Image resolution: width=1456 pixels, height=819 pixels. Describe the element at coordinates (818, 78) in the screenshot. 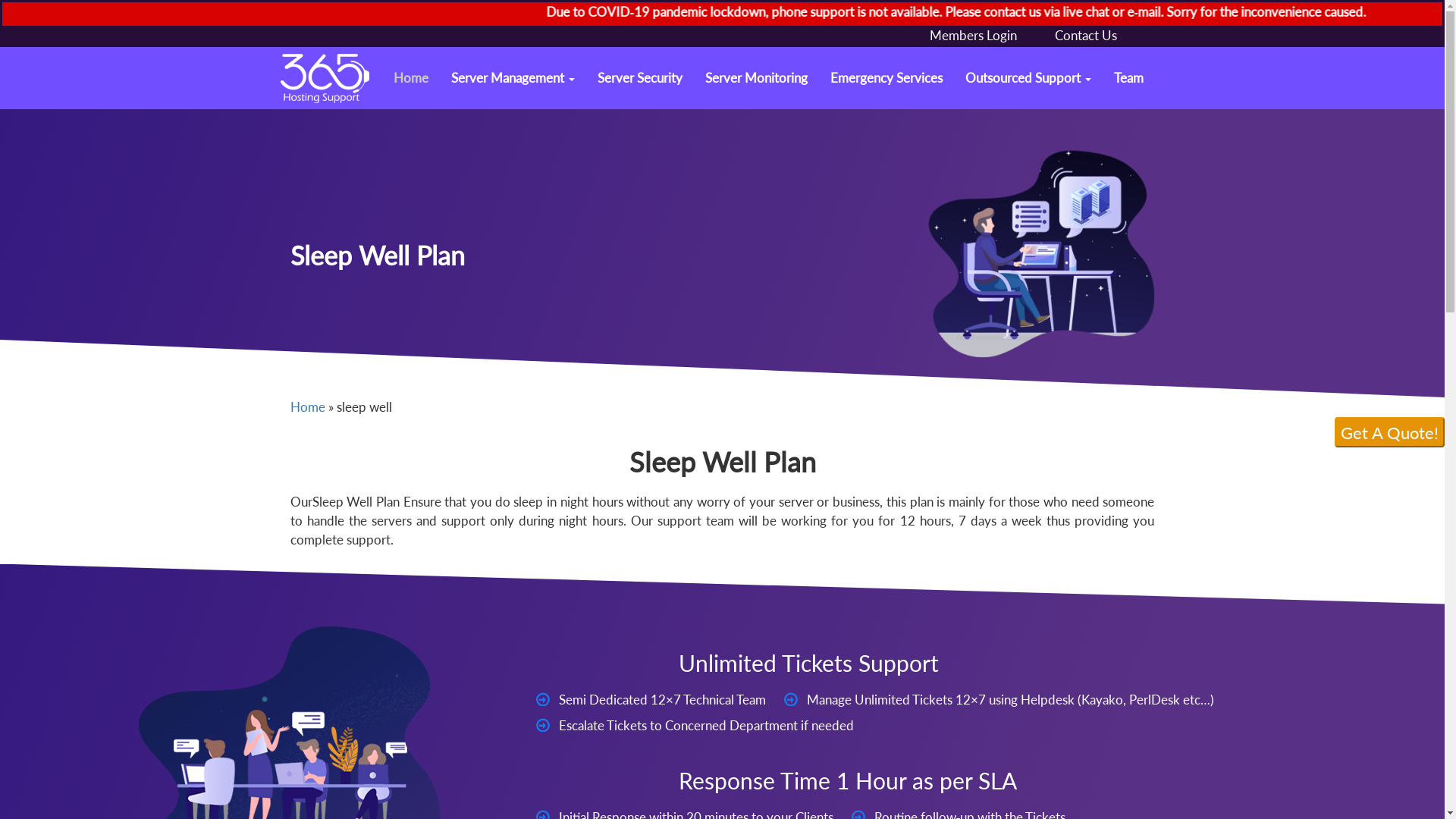

I see `'Emergency Services'` at that location.